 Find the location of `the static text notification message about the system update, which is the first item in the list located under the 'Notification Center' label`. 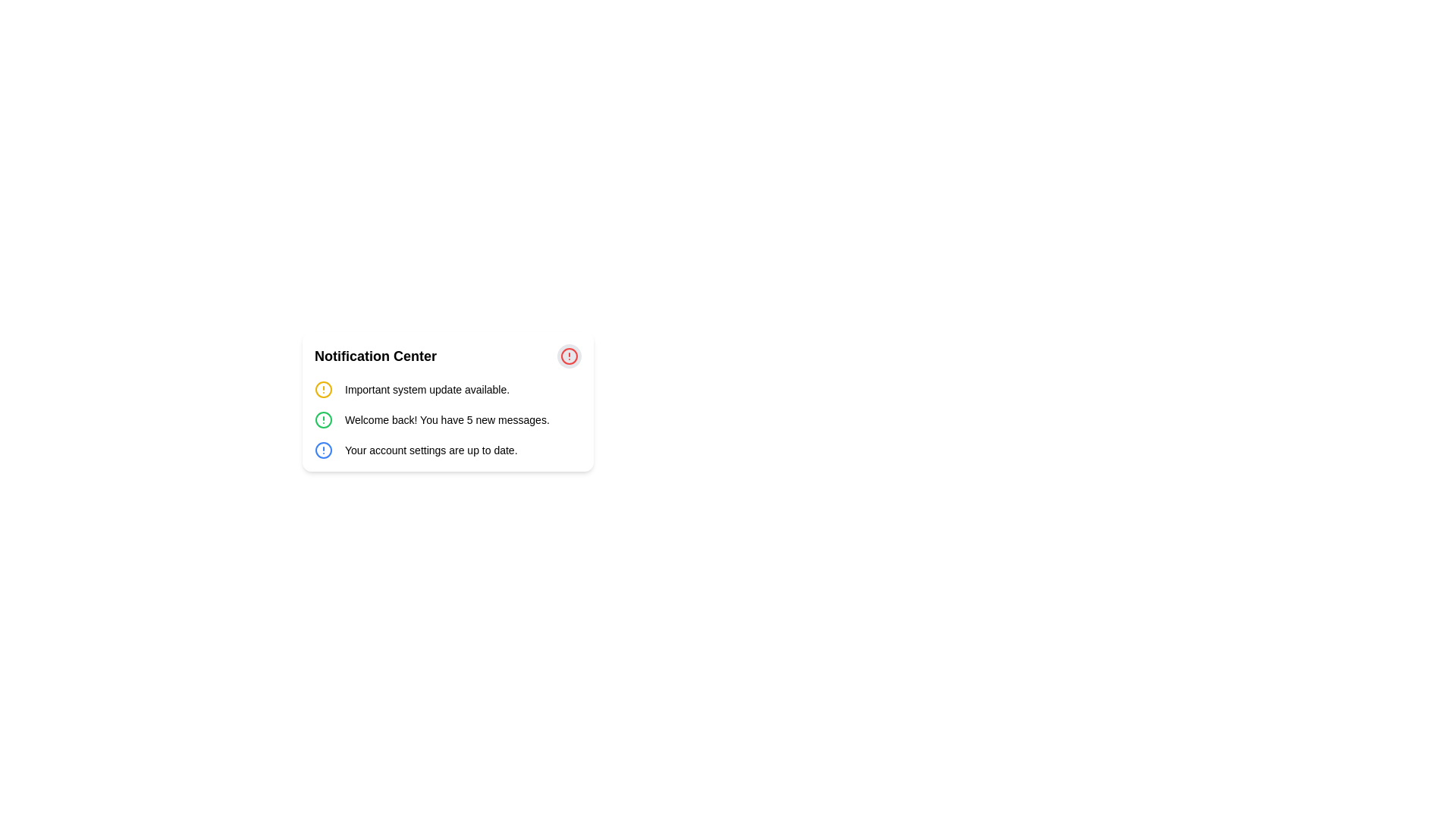

the static text notification message about the system update, which is the first item in the list located under the 'Notification Center' label is located at coordinates (426, 388).